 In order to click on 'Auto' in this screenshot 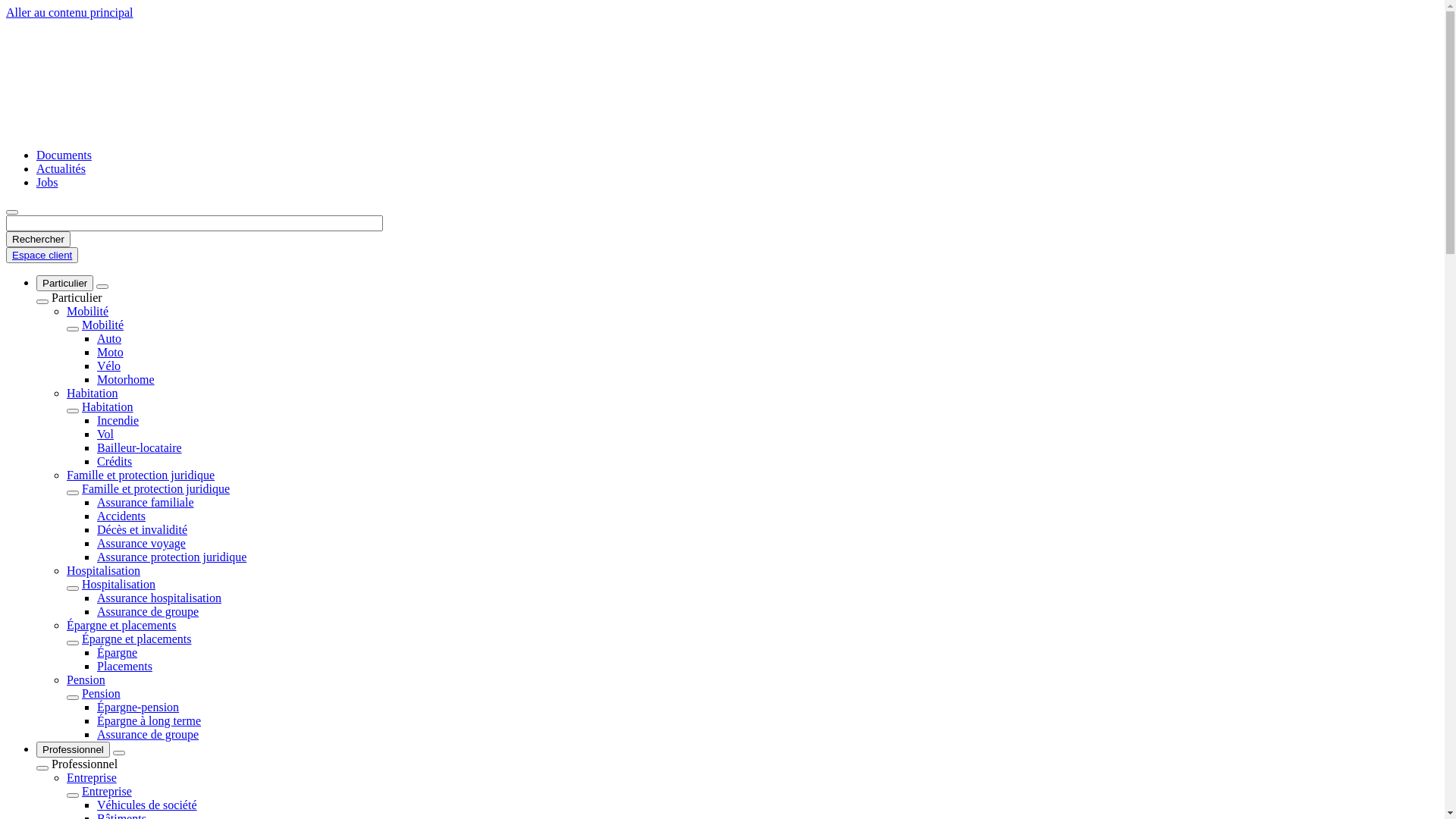, I will do `click(108, 337)`.